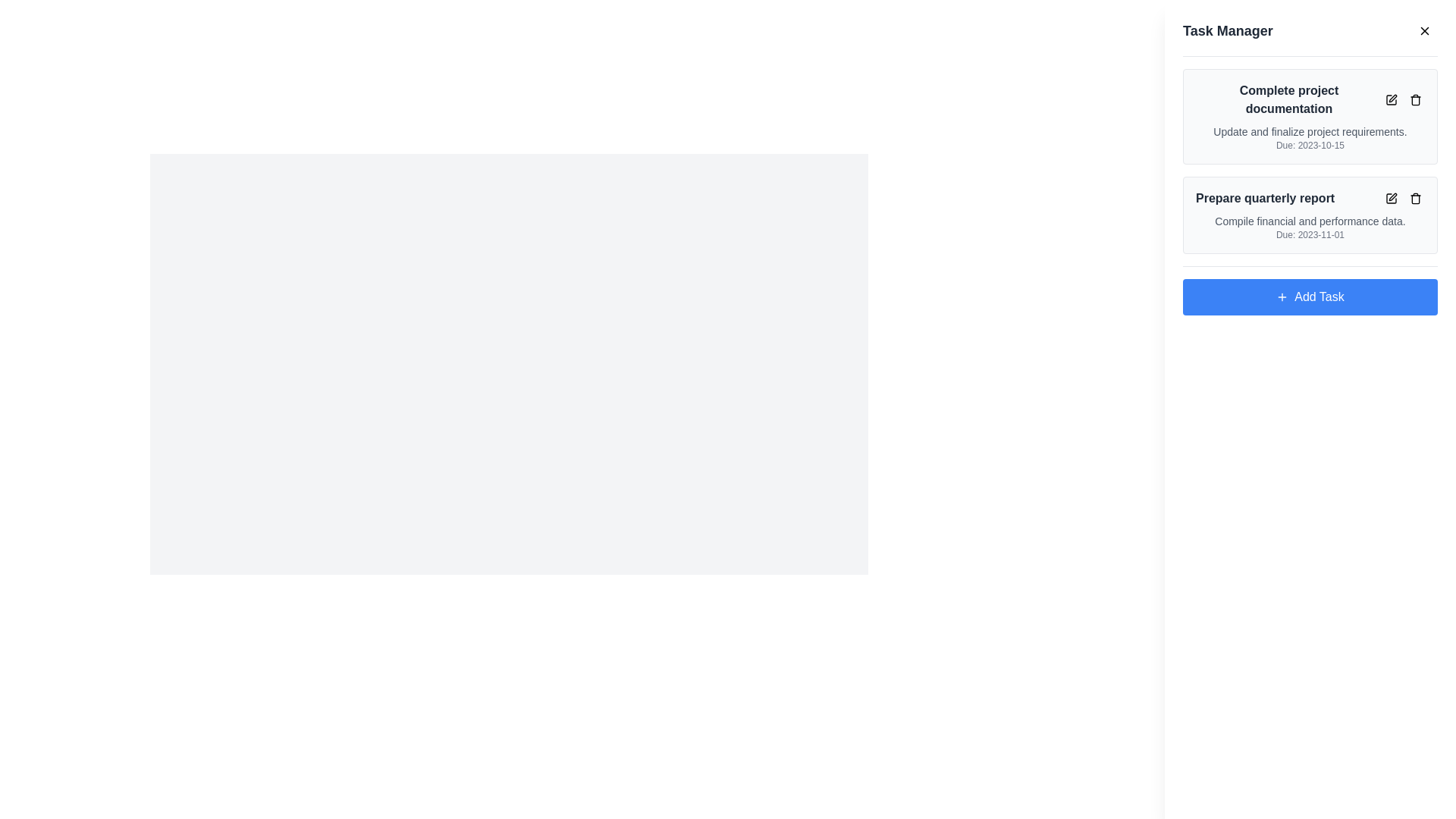 This screenshot has width=1456, height=819. What do you see at coordinates (1415, 198) in the screenshot?
I see `the trash can icon button located in the second task entry row of the Task Manager interface` at bounding box center [1415, 198].